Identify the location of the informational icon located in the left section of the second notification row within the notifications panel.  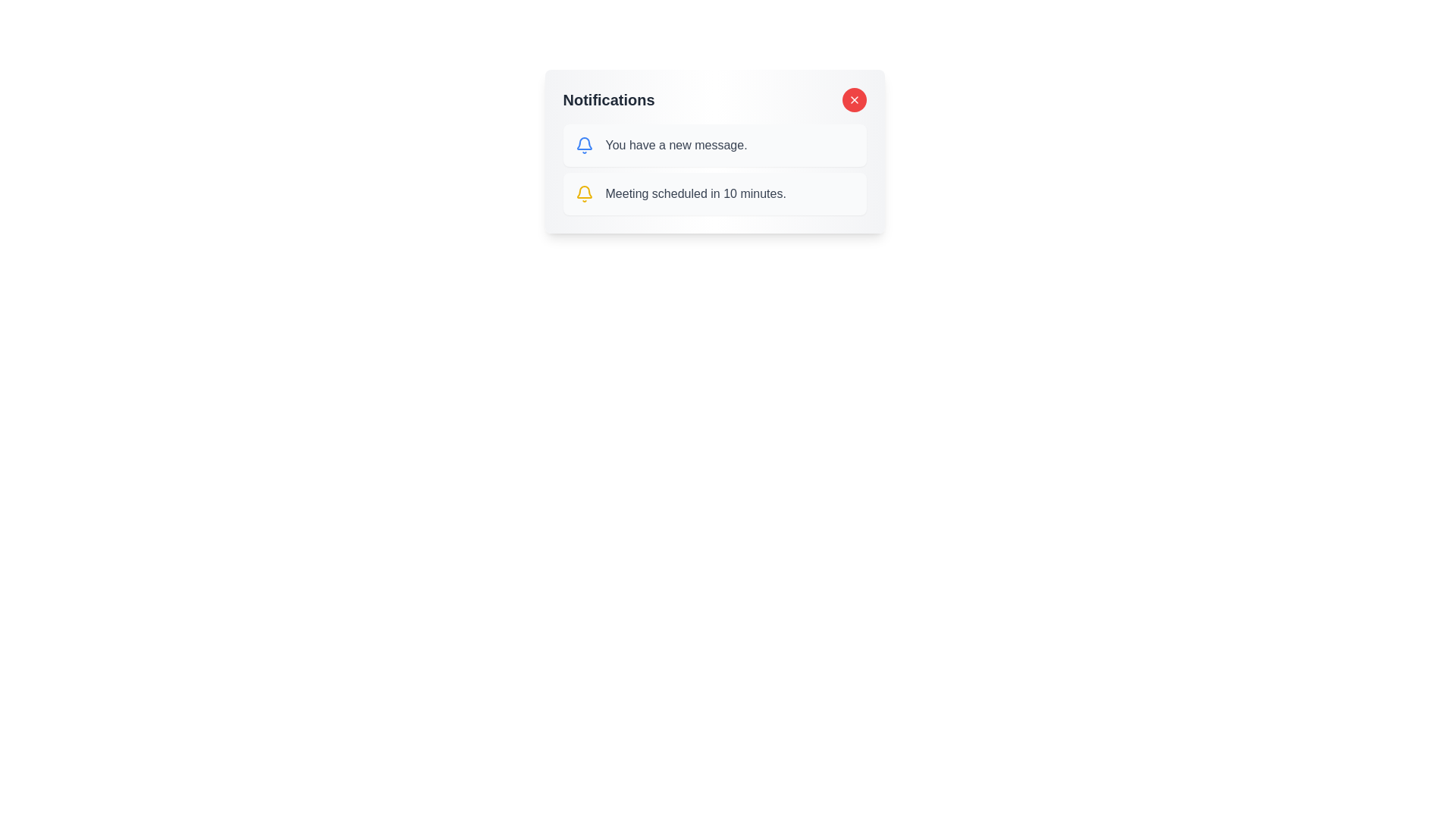
(583, 193).